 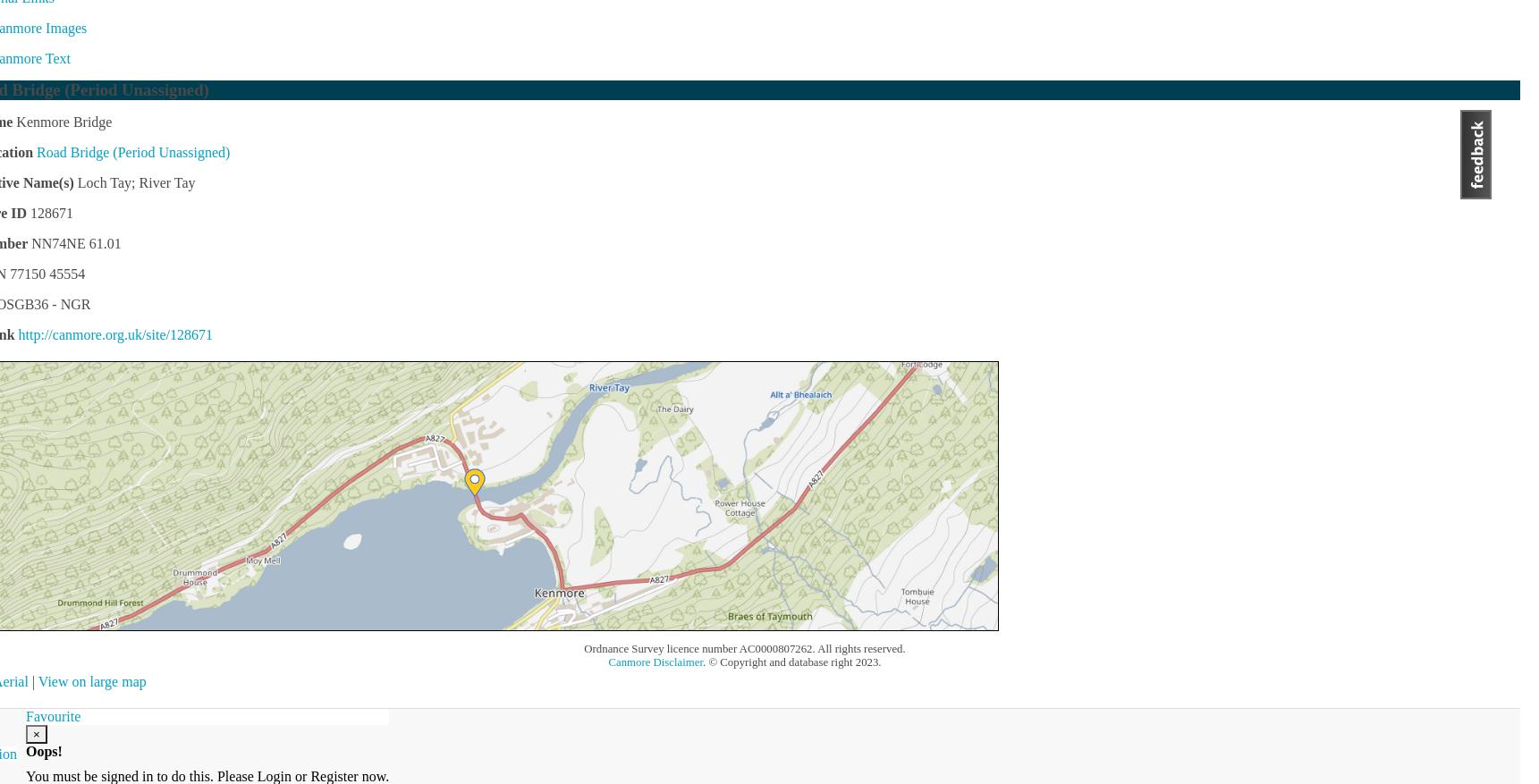 What do you see at coordinates (72, 181) in the screenshot?
I see `'Loch Tay; River Tay'` at bounding box center [72, 181].